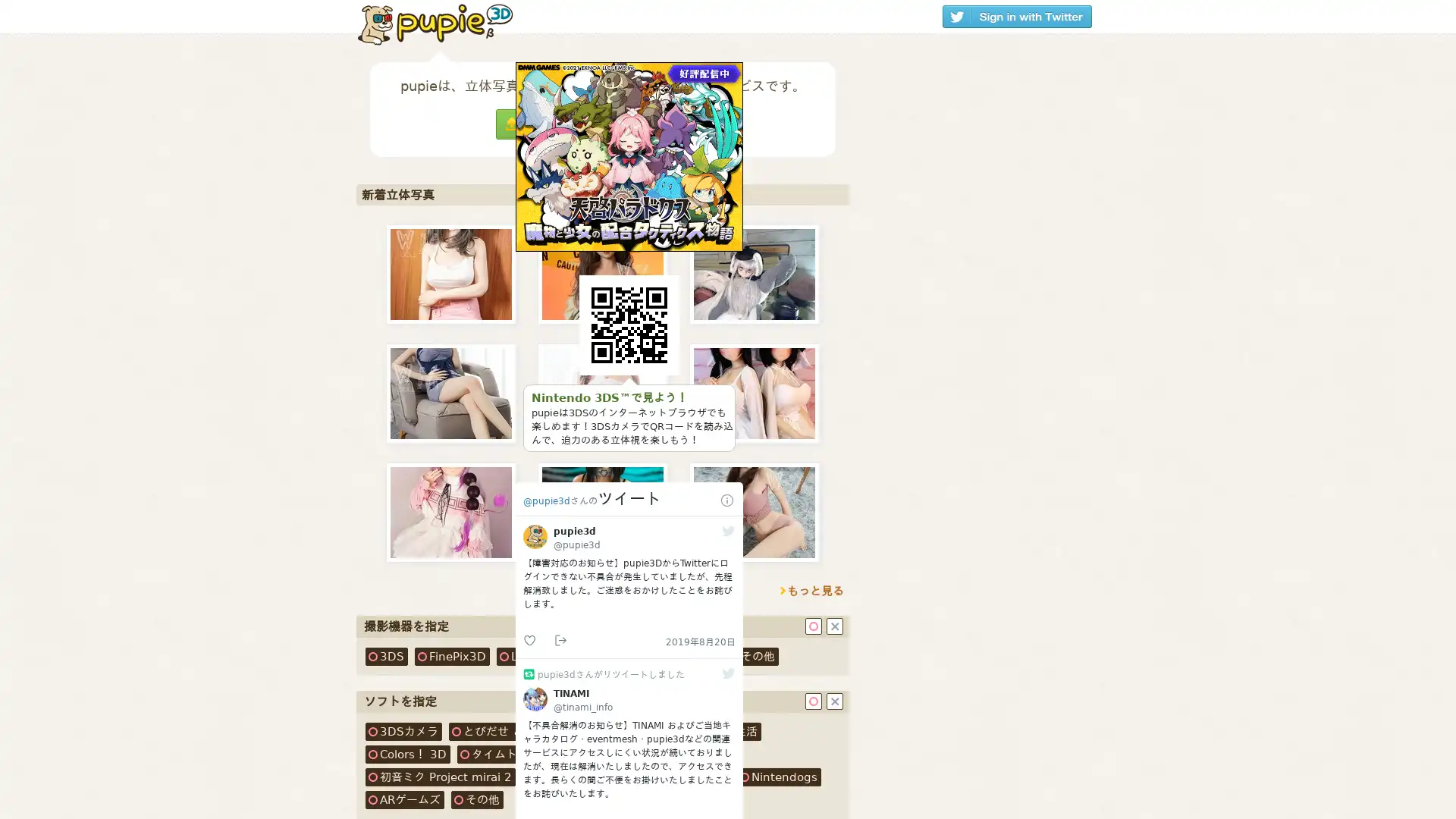  Describe the element at coordinates (654, 755) in the screenshot. I see `Project mirai` at that location.